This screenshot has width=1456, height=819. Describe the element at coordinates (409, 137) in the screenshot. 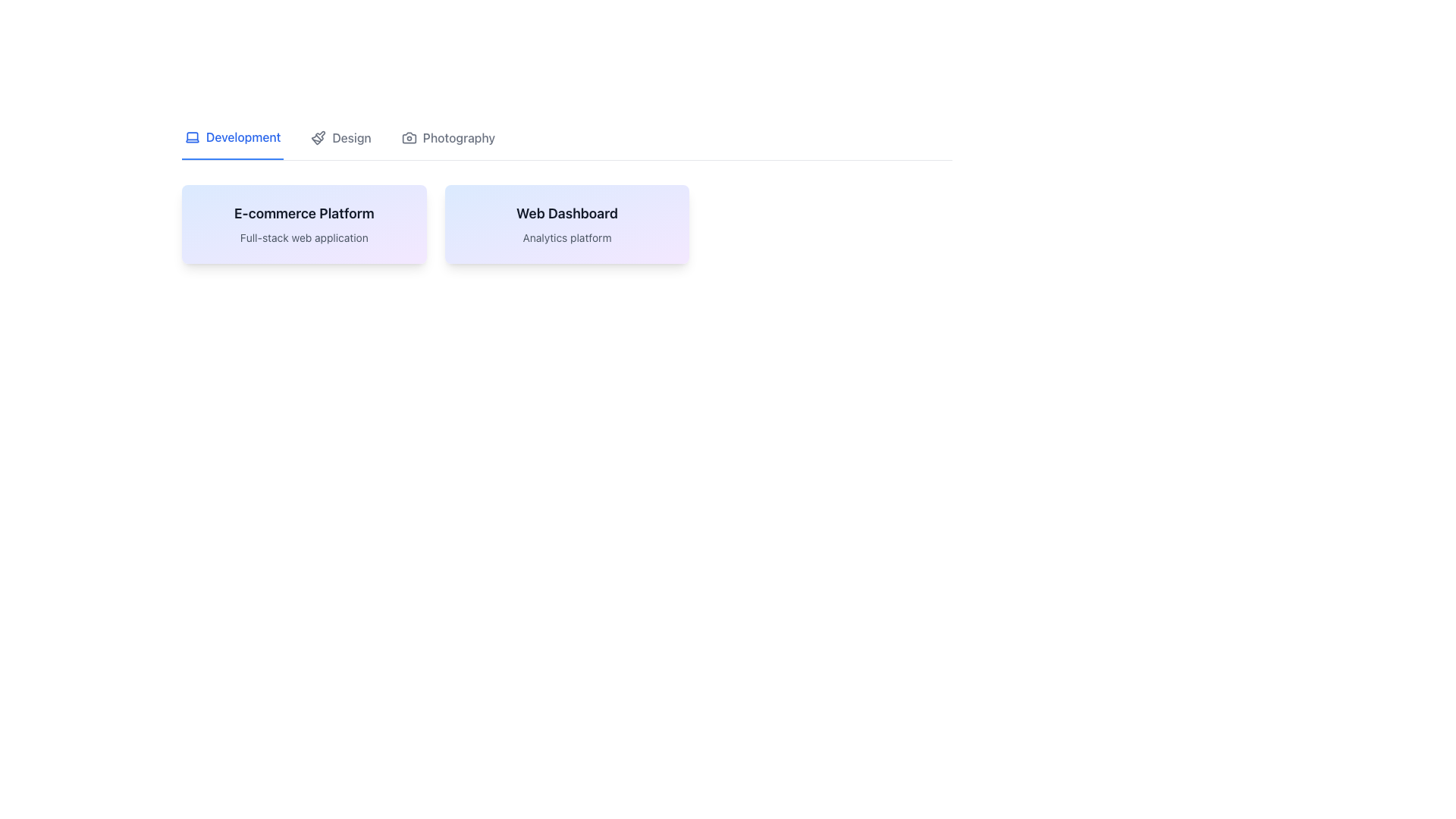

I see `the camera icon in the navigation bar labeled 'Photography', which has a modern line-art design with a gray outline and no fill` at that location.